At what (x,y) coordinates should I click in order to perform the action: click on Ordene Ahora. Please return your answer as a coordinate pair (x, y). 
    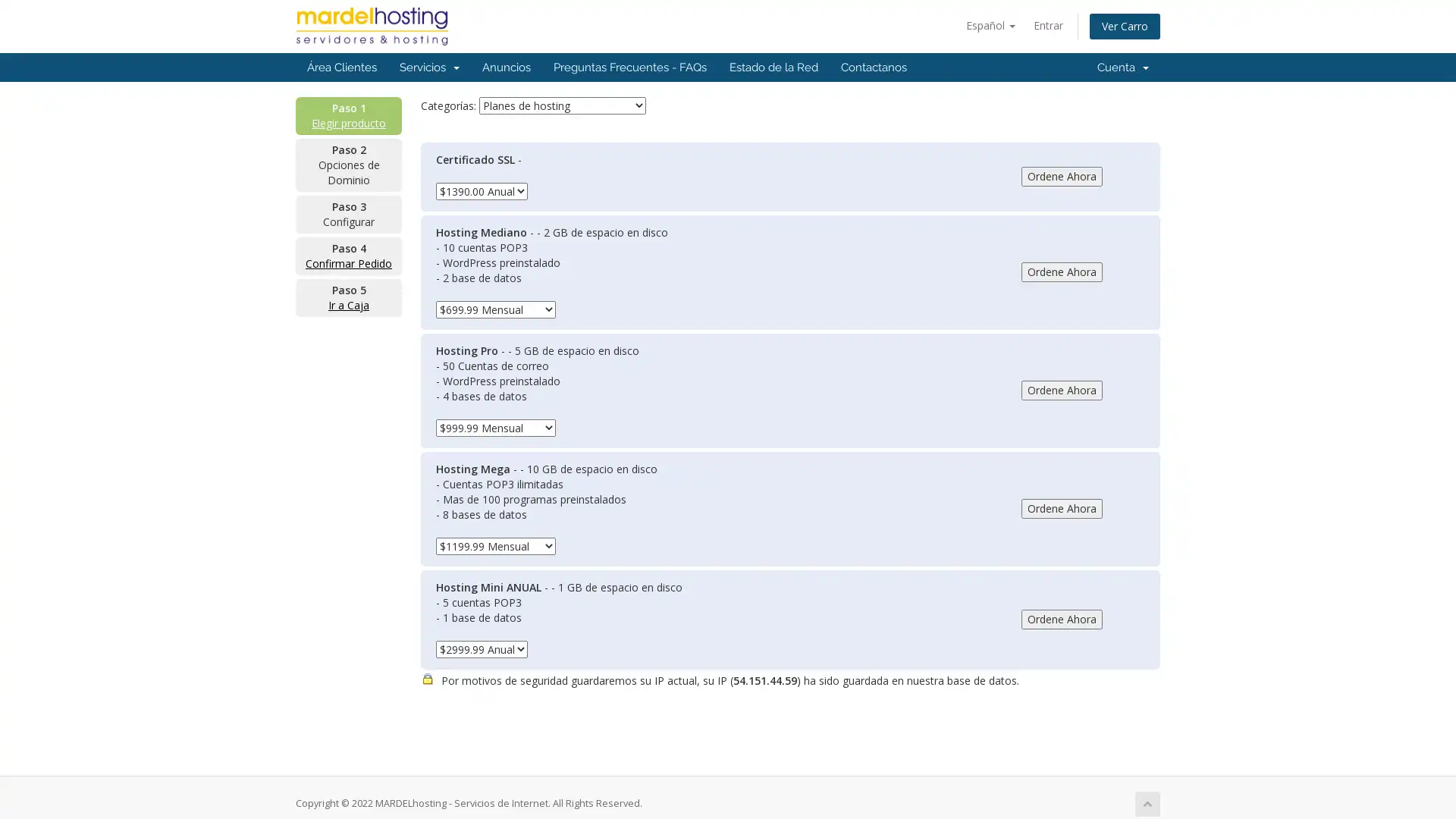
    Looking at the image, I should click on (1061, 388).